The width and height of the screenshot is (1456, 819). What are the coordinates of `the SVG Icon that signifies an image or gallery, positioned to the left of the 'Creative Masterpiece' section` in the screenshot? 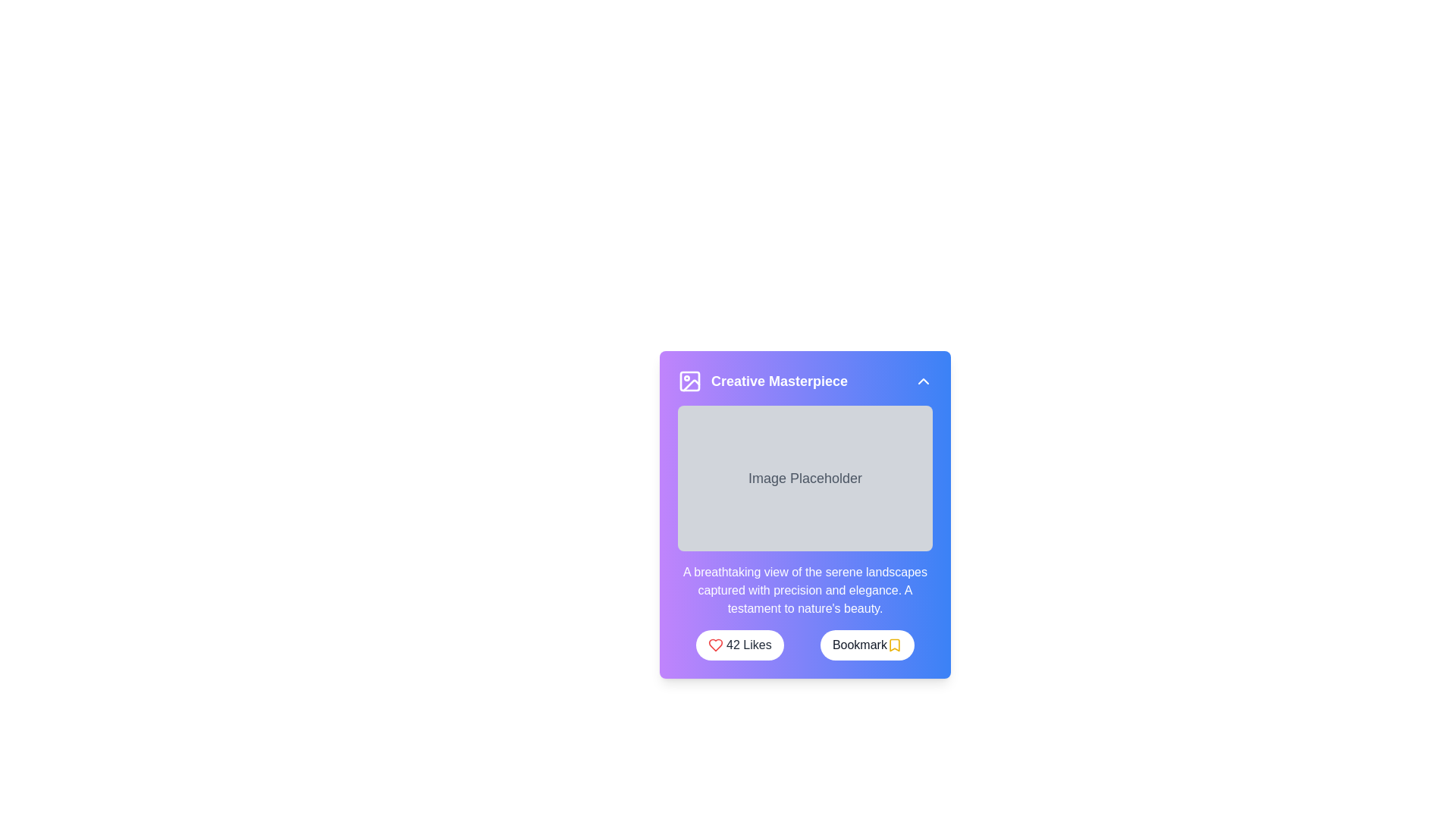 It's located at (689, 380).